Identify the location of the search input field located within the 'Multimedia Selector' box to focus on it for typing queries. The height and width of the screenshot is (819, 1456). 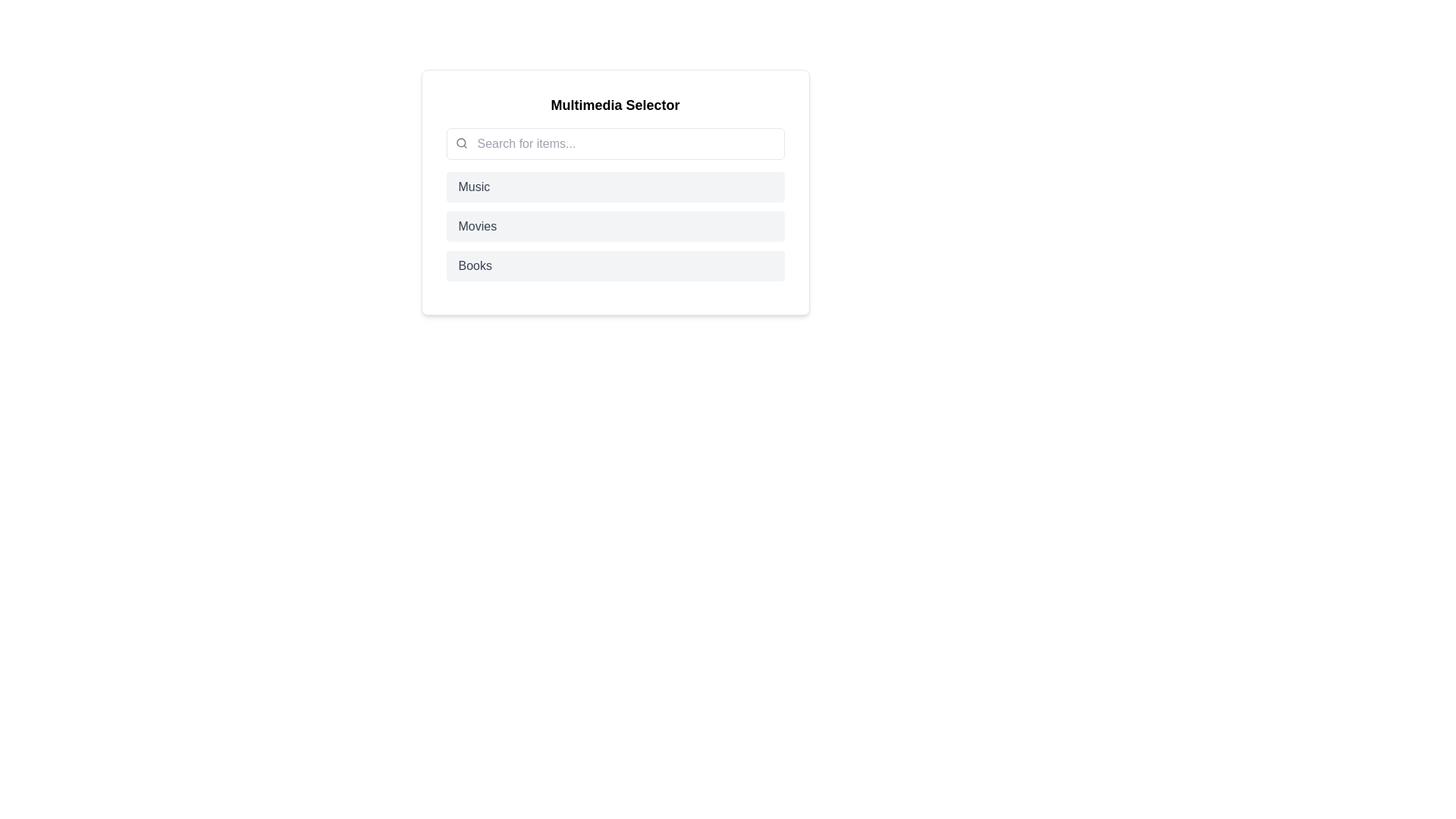
(615, 143).